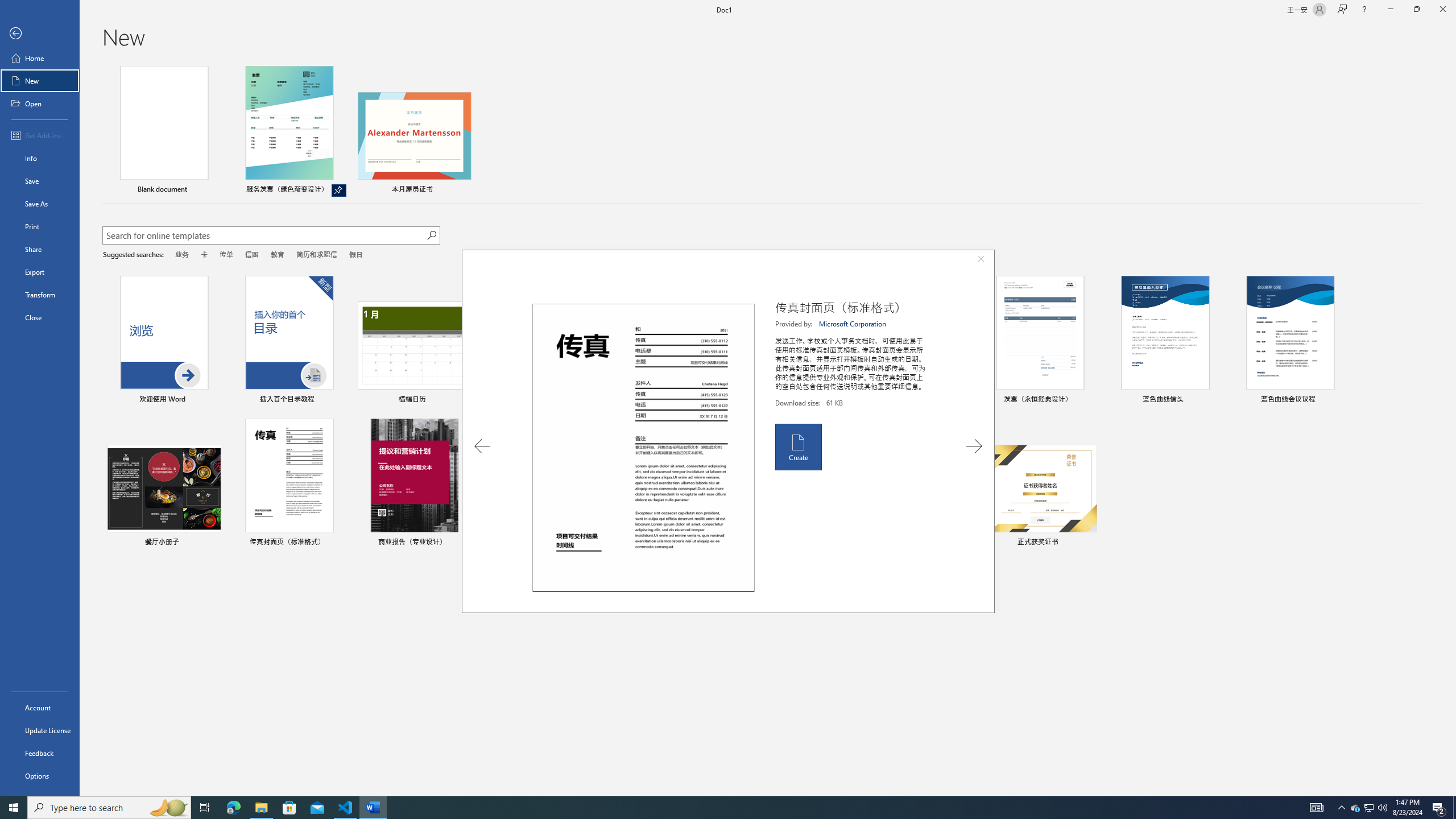 Image resolution: width=1456 pixels, height=819 pixels. Describe the element at coordinates (39, 135) in the screenshot. I see `'Get Add-ins'` at that location.